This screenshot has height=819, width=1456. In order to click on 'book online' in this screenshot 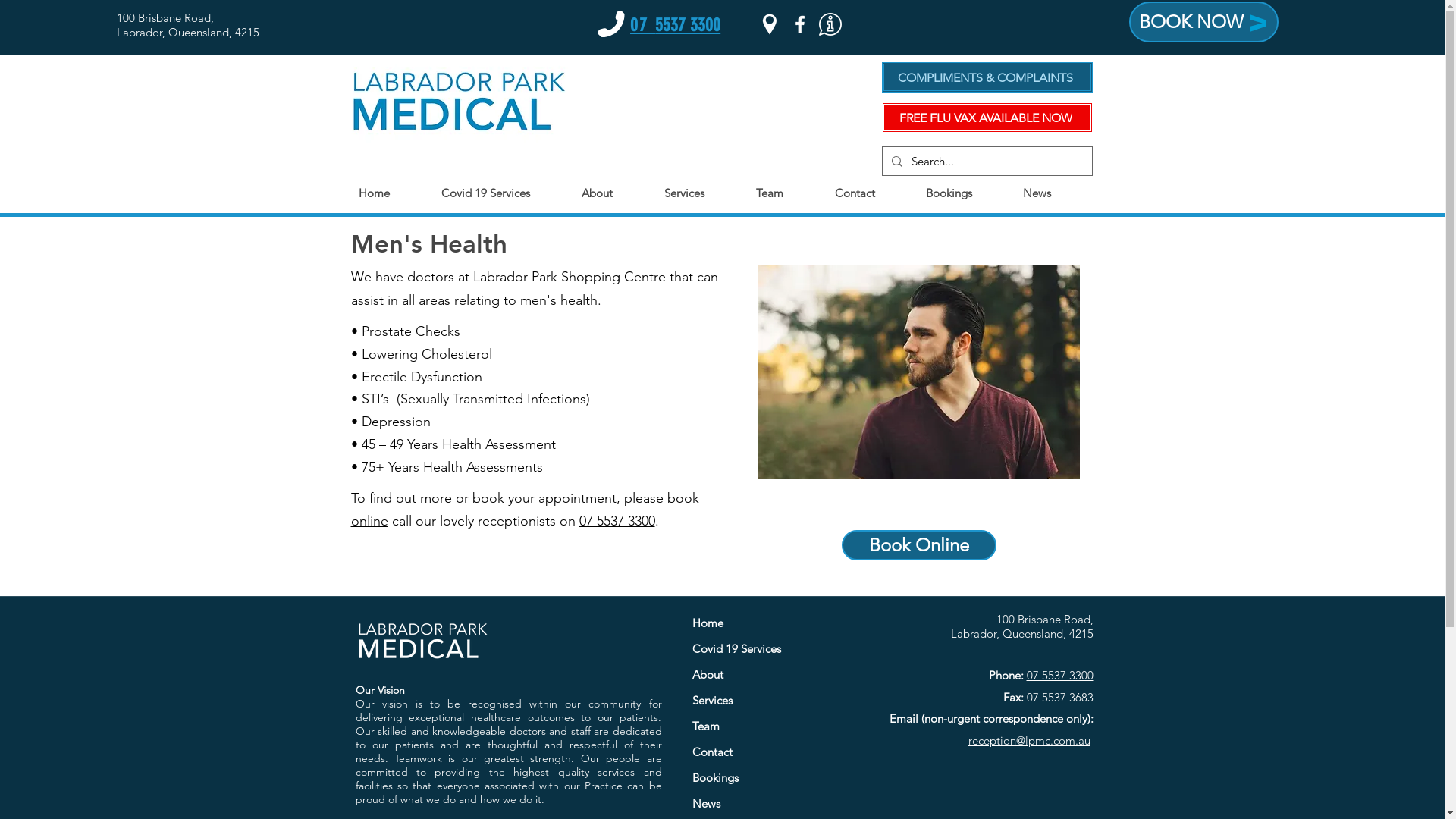, I will do `click(524, 509)`.